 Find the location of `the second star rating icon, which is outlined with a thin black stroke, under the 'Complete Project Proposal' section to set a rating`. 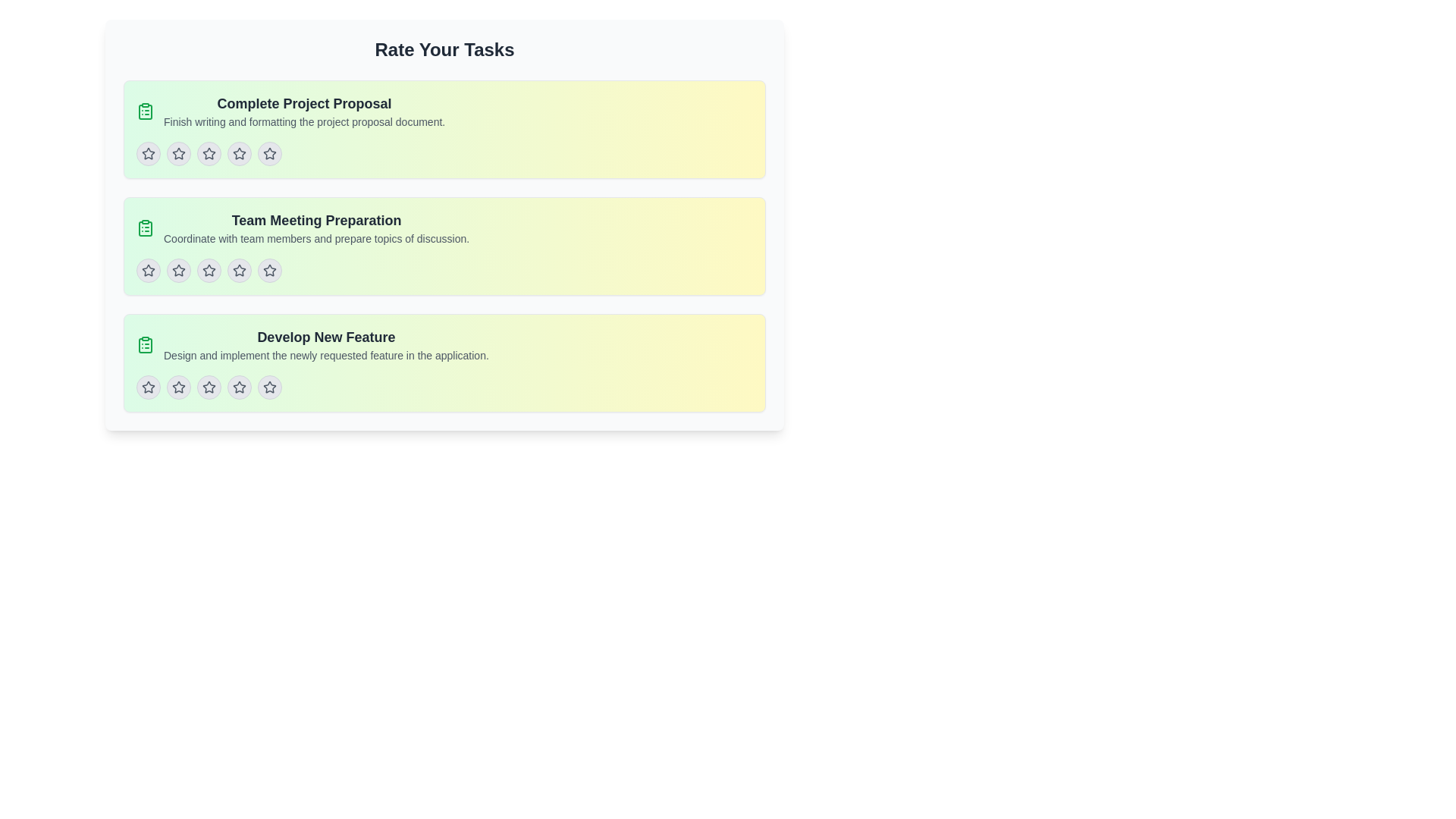

the second star rating icon, which is outlined with a thin black stroke, under the 'Complete Project Proposal' section to set a rating is located at coordinates (238, 152).